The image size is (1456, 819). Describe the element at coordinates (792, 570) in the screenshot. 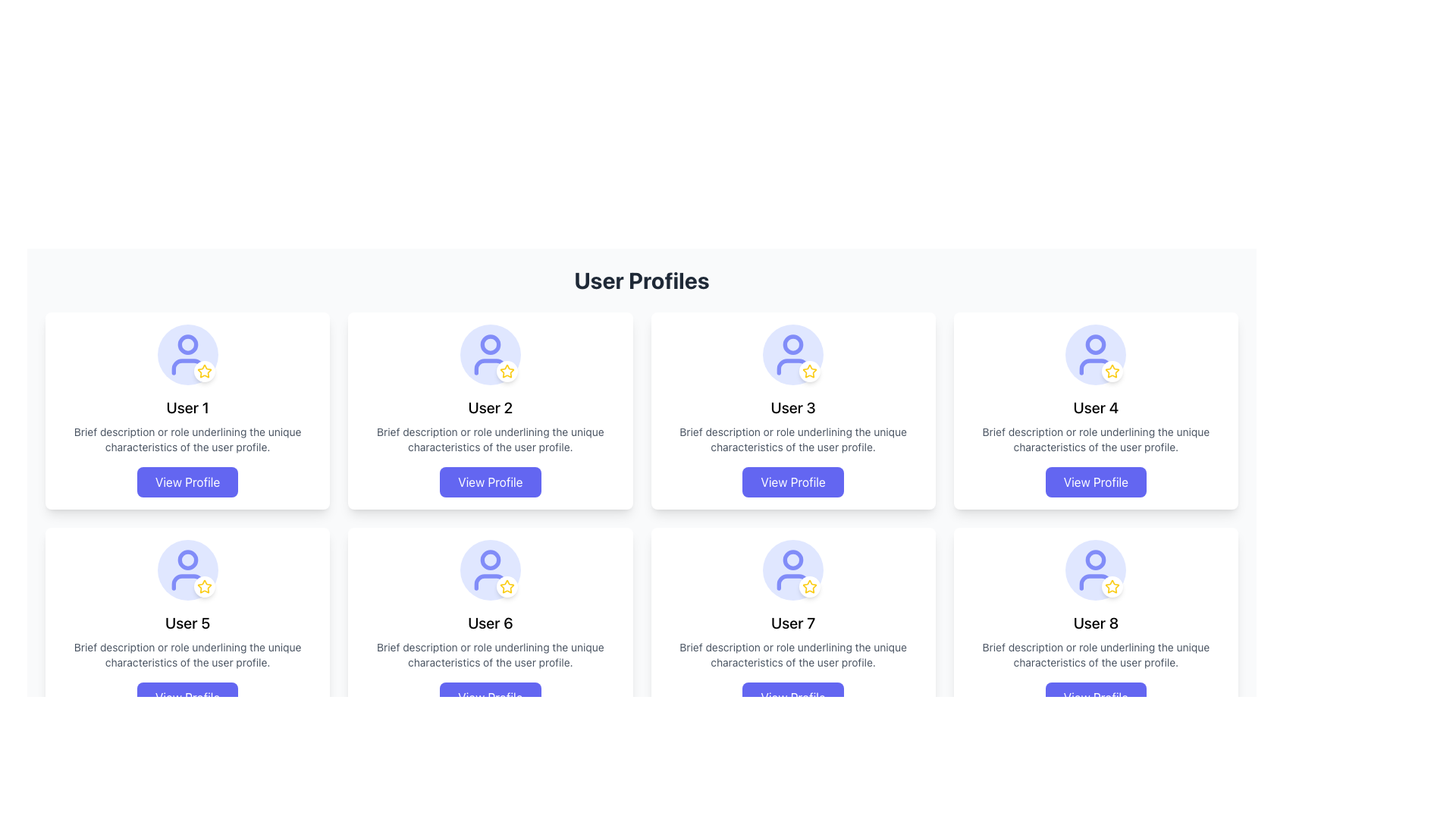

I see `the Profile Avatar Icon with Highlight located in the seventh user card labeled 'User 7', which features a light purple outline of a person, a white background, and an indigo-colored circle with a yellow star in the bottom-right corner` at that location.